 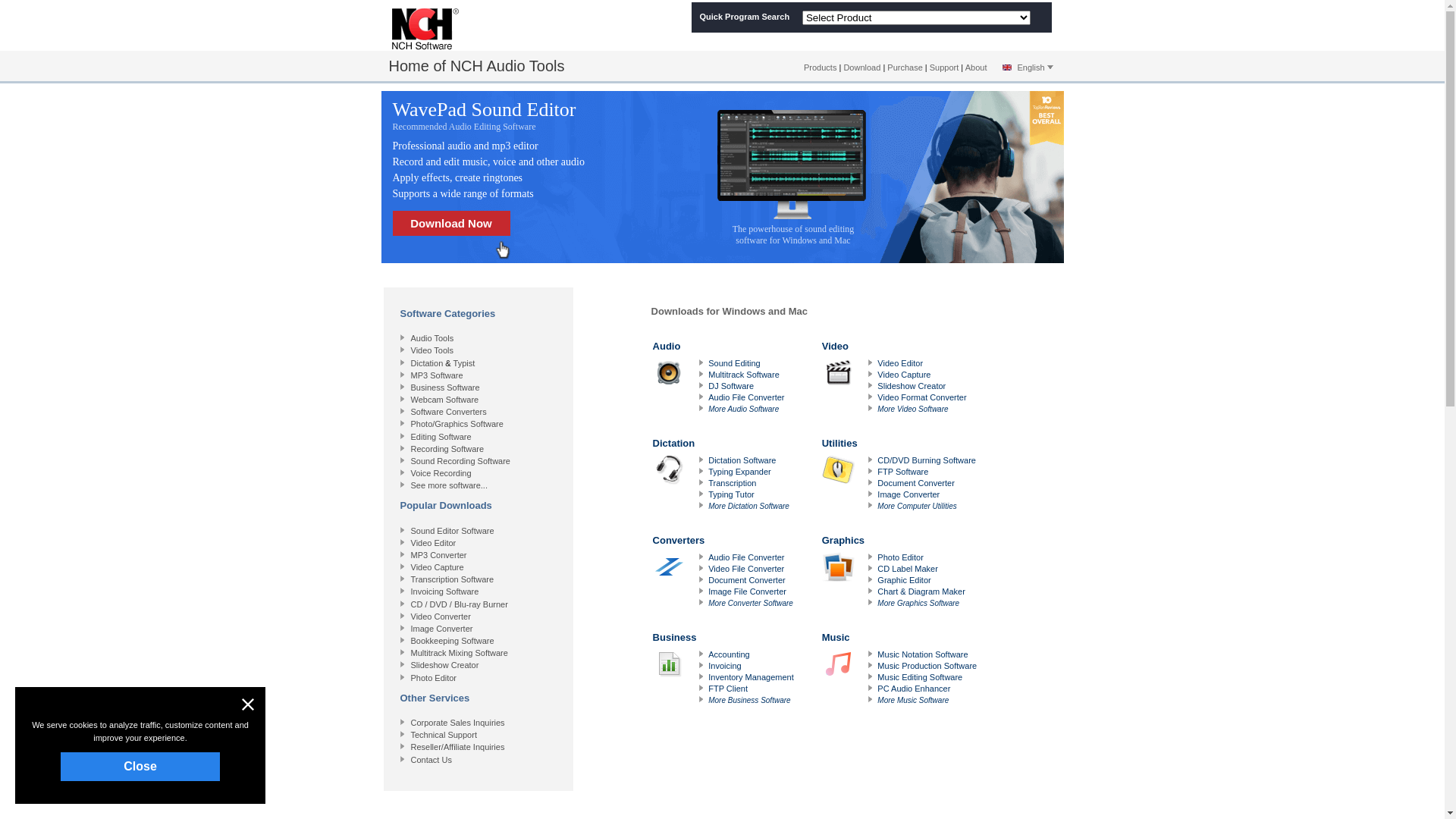 I want to click on 'Graphics', so click(x=821, y=570).